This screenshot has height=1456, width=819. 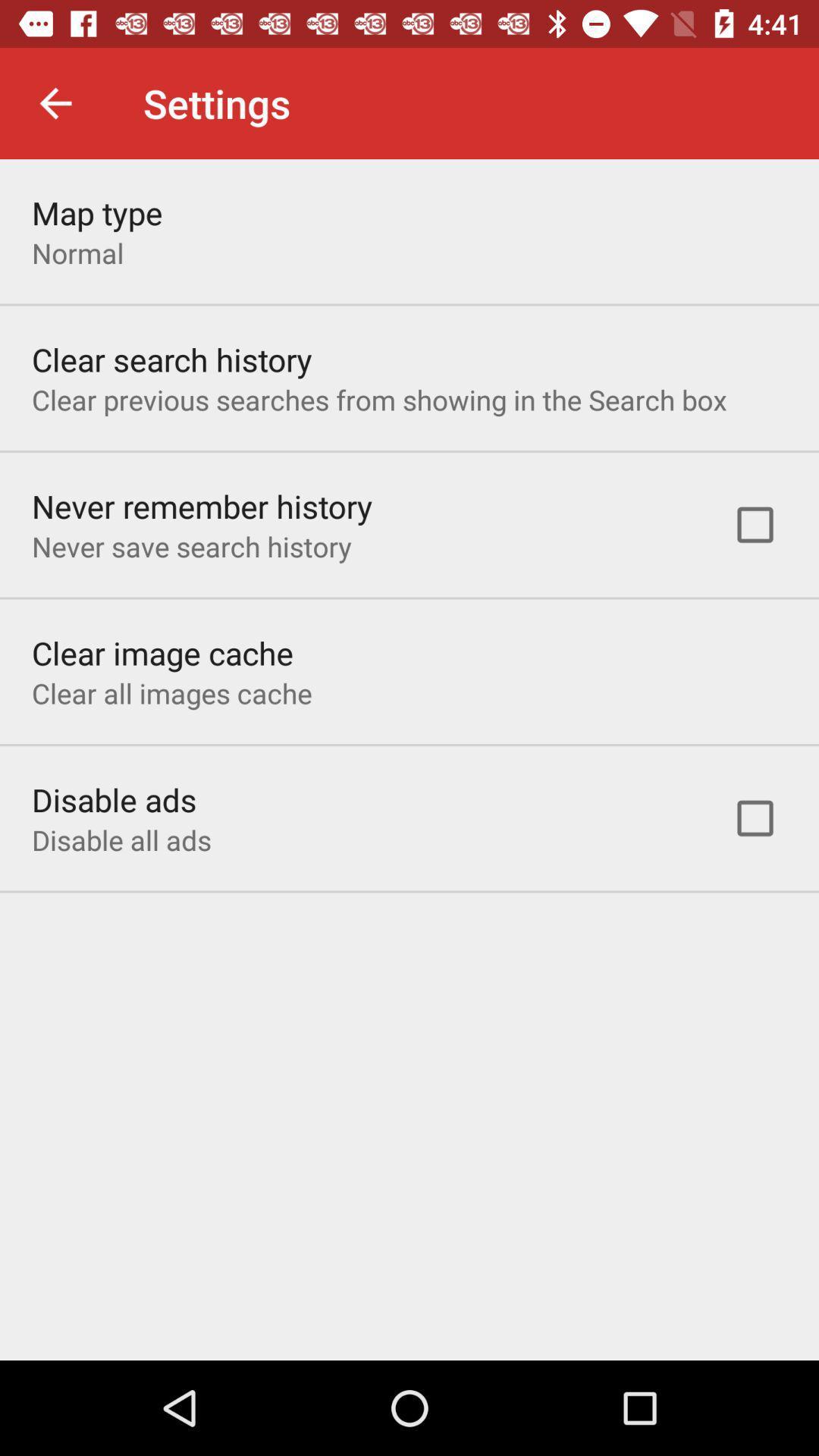 I want to click on the item above clear search history, so click(x=77, y=253).